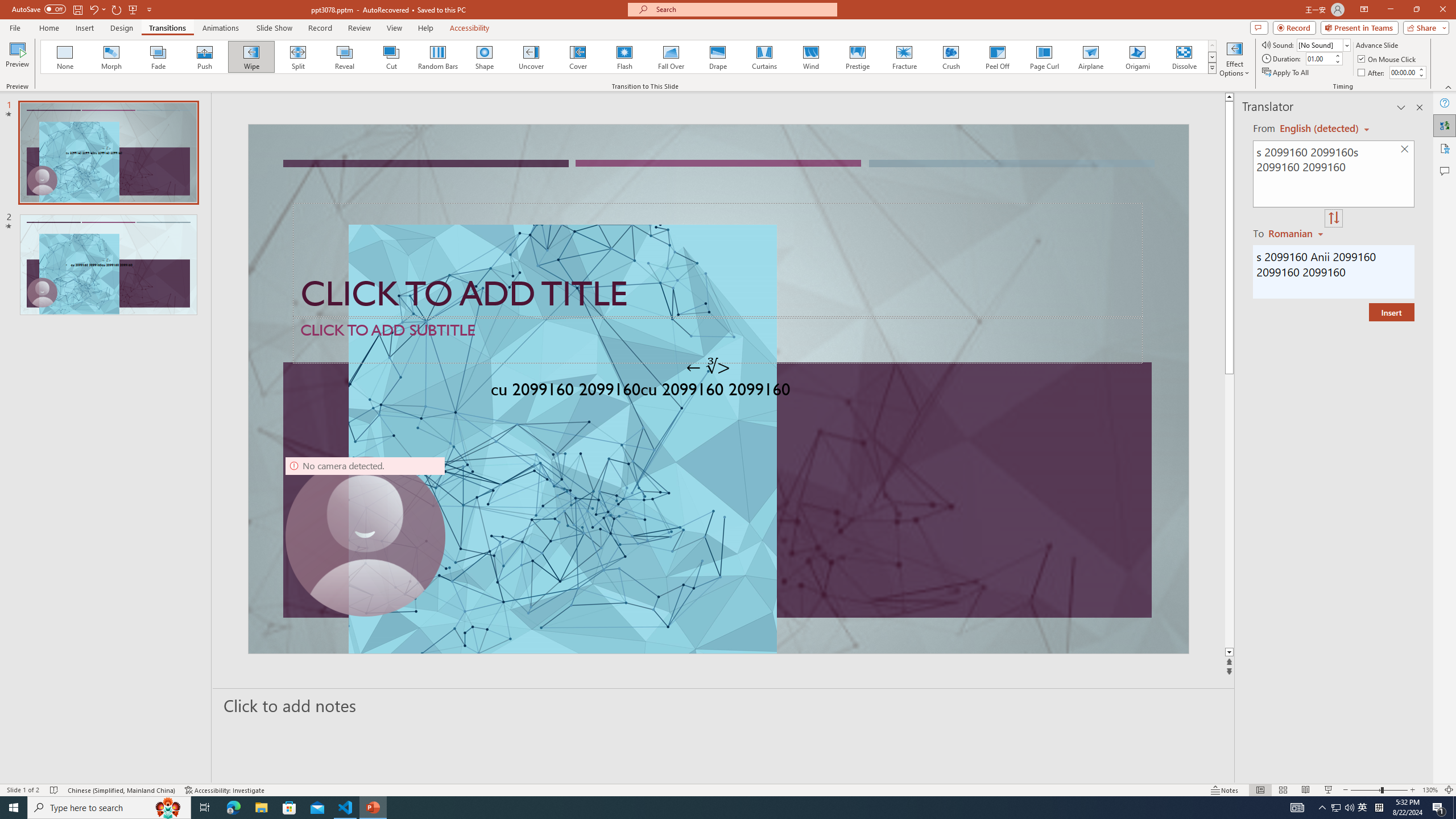 The image size is (1456, 819). Describe the element at coordinates (111, 56) in the screenshot. I see `'Morph'` at that location.